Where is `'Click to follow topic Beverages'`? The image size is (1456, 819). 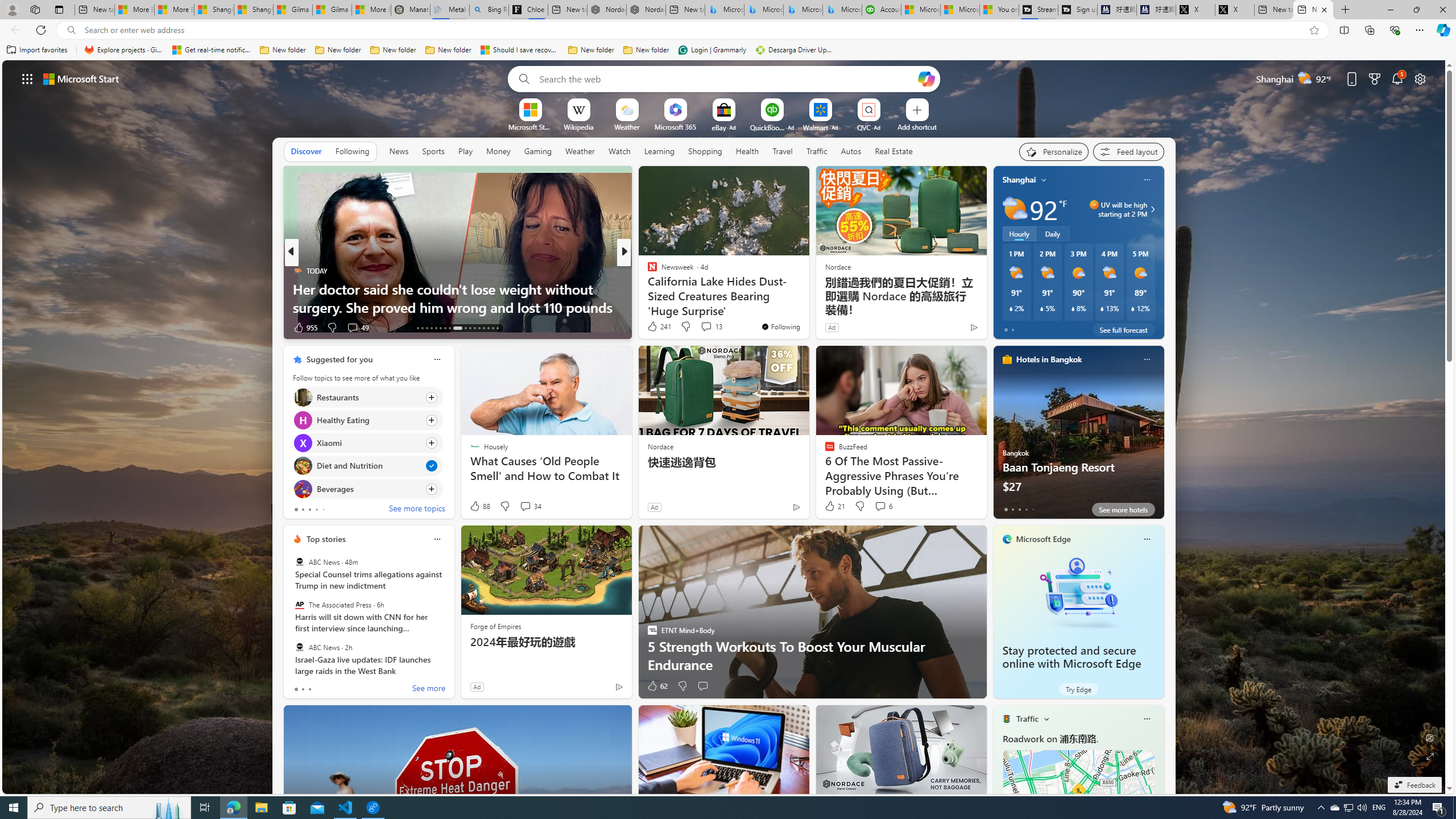
'Click to follow topic Beverages' is located at coordinates (367, 488).